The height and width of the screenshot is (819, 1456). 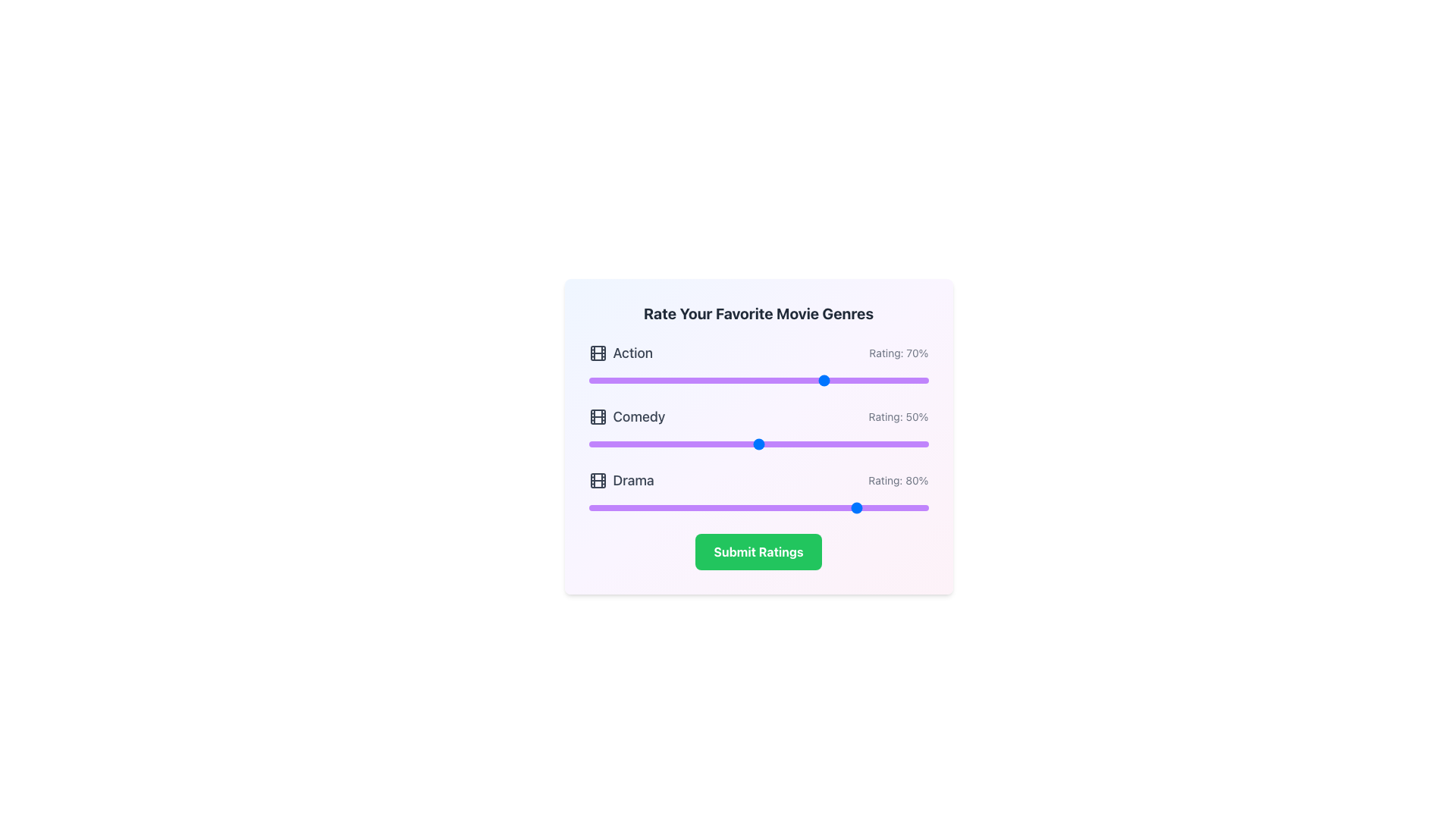 I want to click on the slider value, so click(x=604, y=508).